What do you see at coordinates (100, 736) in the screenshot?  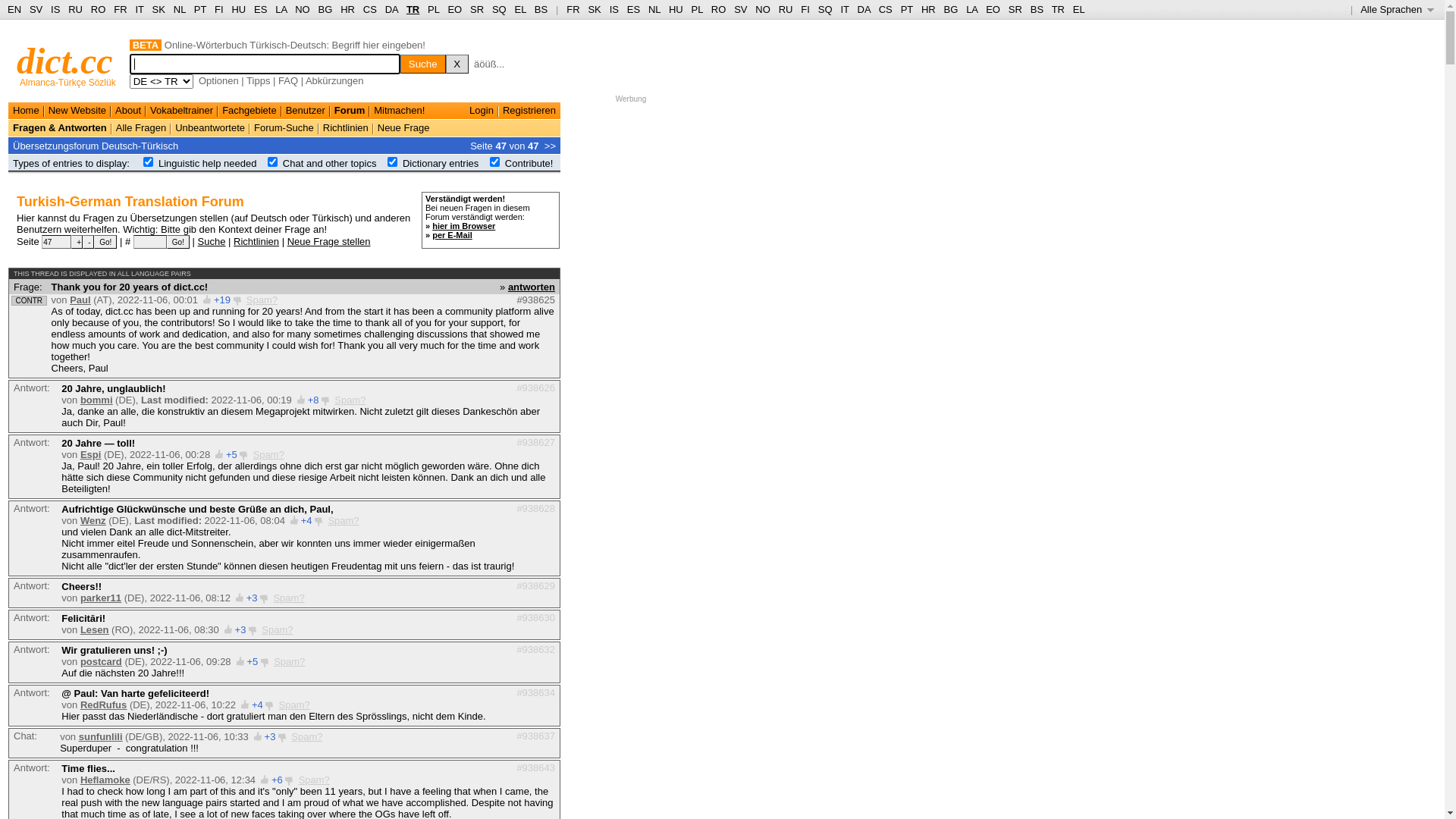 I see `'sunfunlili'` at bounding box center [100, 736].